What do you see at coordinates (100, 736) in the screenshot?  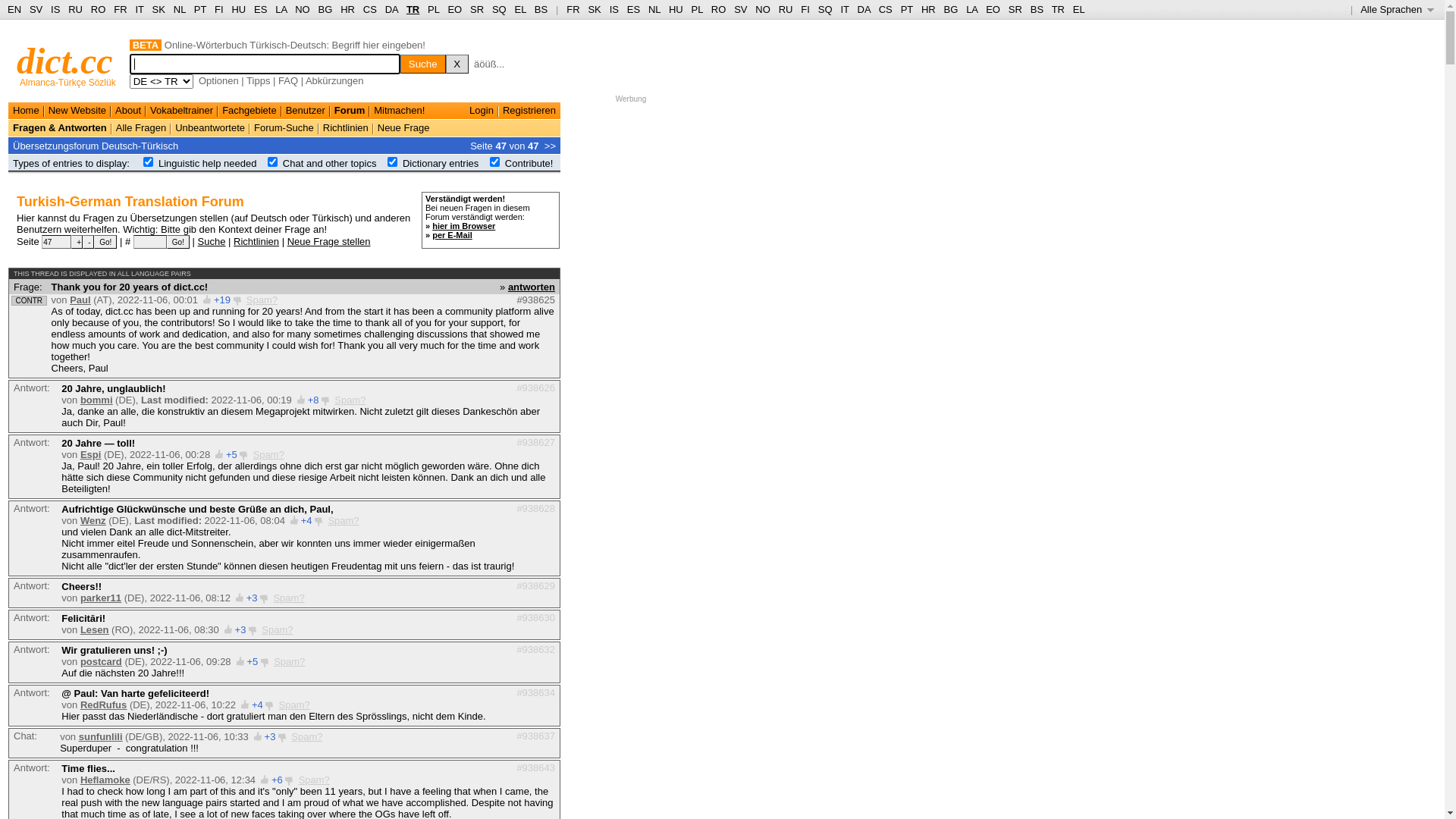 I see `'sunfunlili'` at bounding box center [100, 736].